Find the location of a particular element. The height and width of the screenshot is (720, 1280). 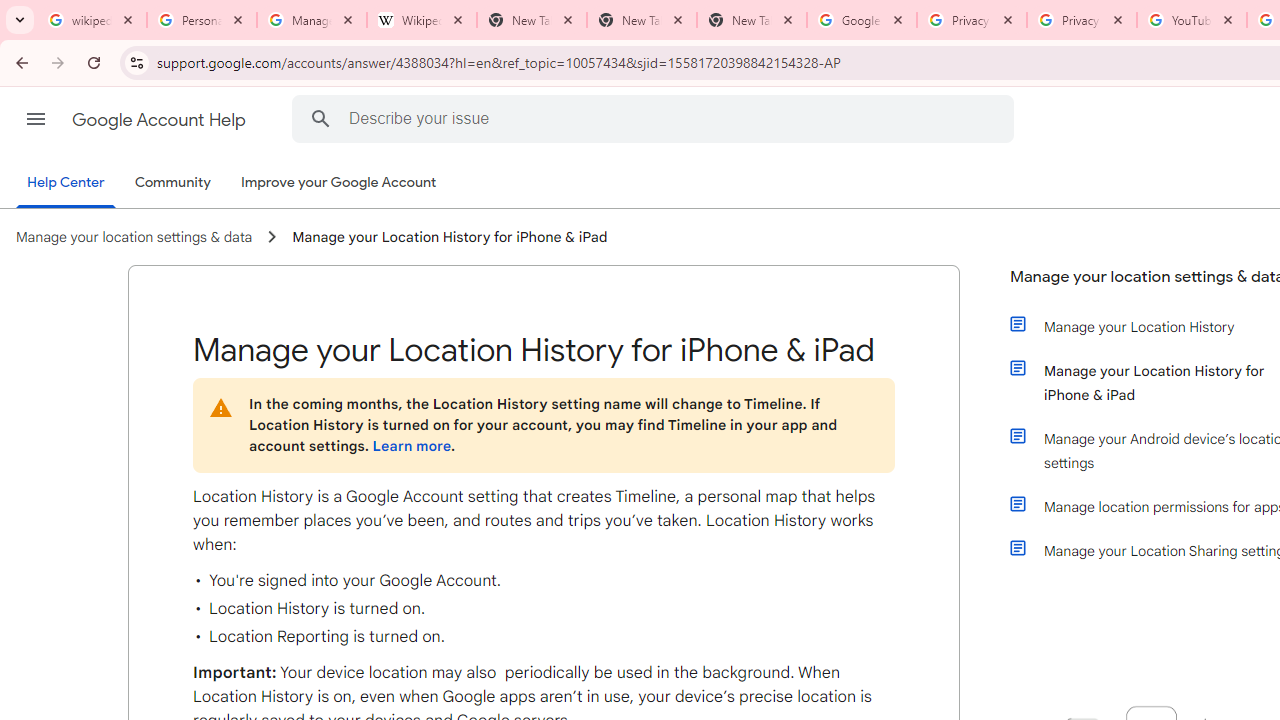

'Google Drive: Sign-in' is located at coordinates (861, 20).